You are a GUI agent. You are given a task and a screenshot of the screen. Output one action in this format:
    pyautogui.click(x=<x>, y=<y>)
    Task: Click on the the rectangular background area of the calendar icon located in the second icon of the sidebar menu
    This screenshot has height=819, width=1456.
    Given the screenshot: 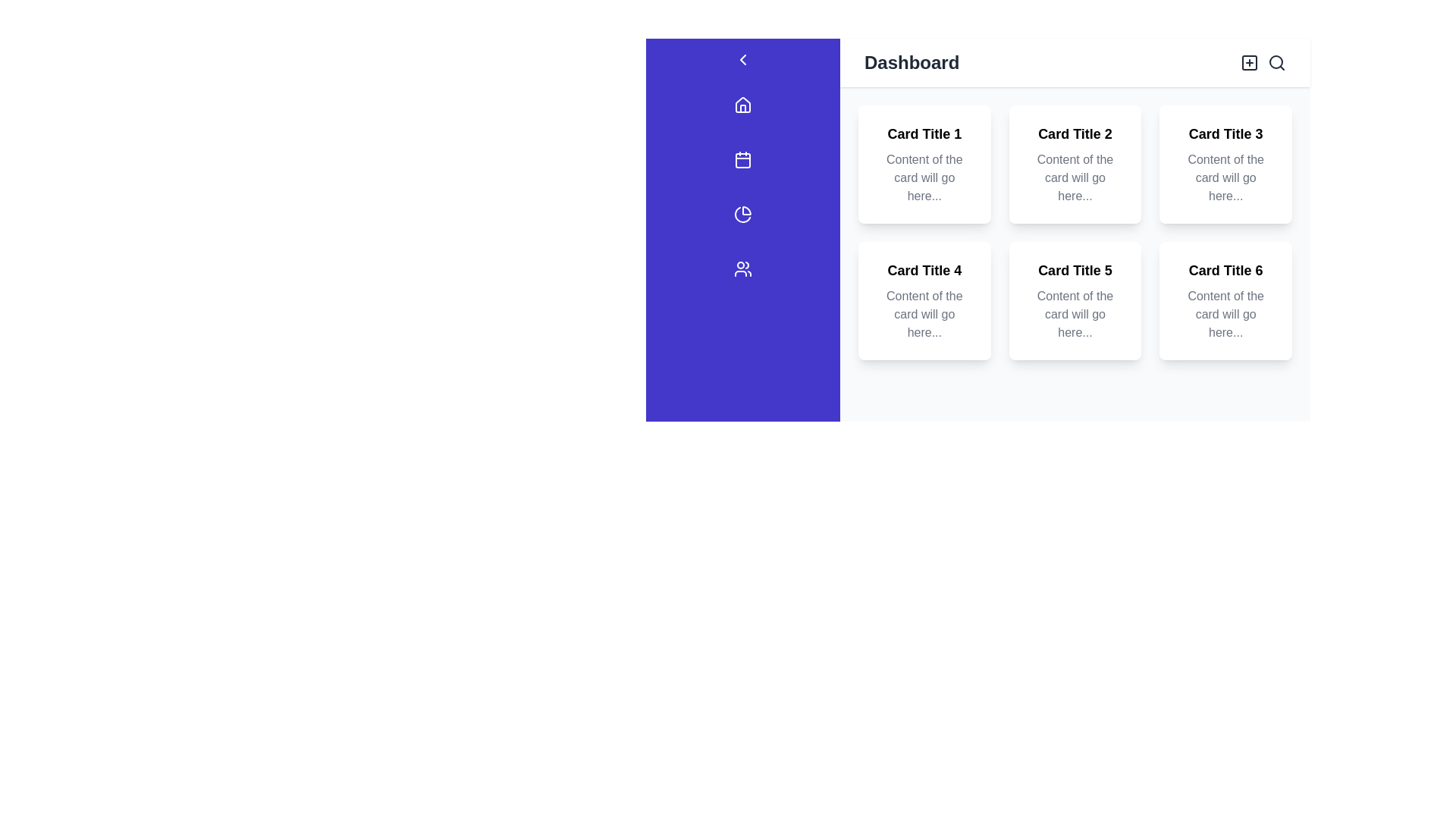 What is the action you would take?
    pyautogui.click(x=742, y=161)
    